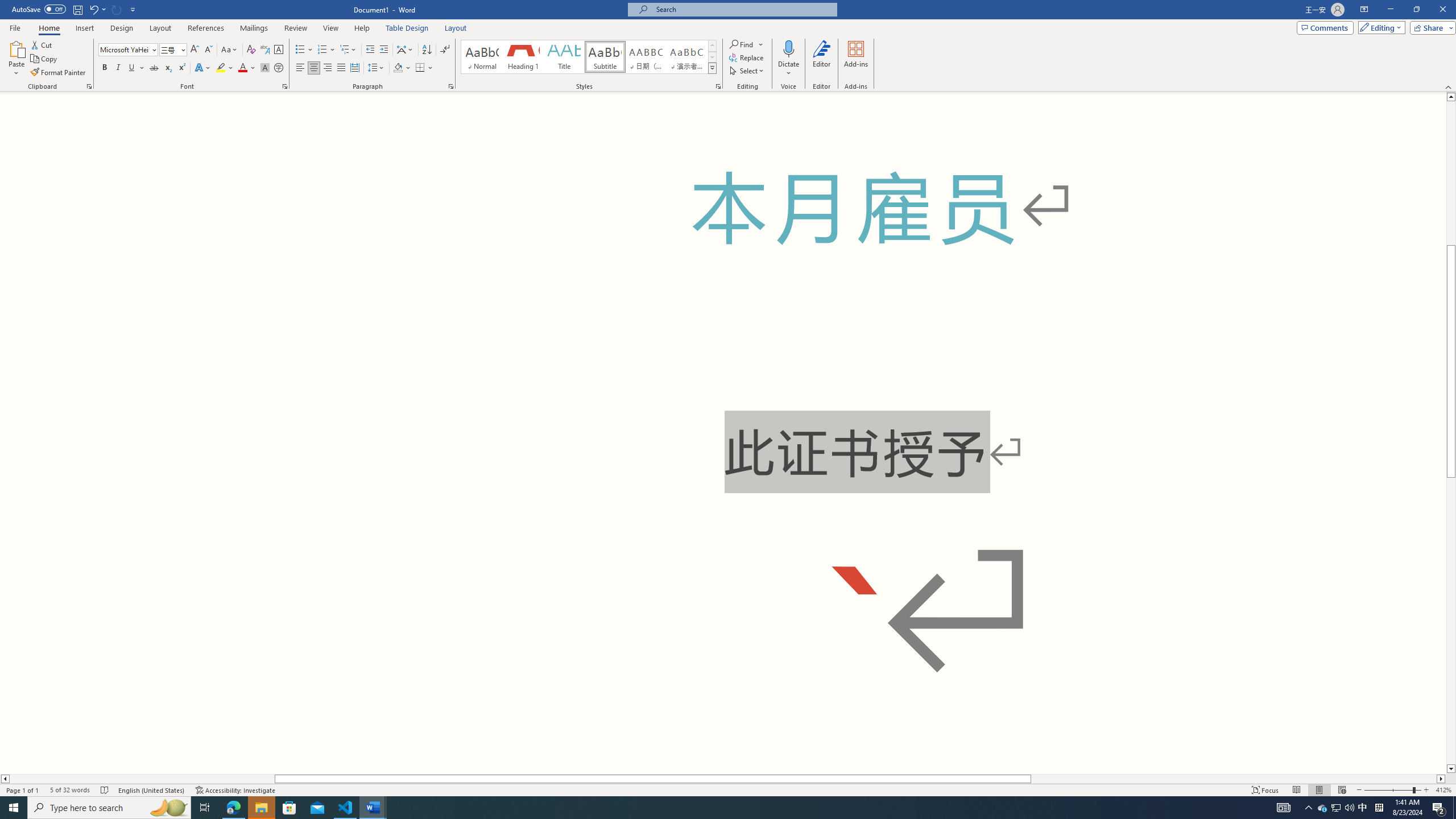 This screenshot has height=819, width=1456. Describe the element at coordinates (455, 28) in the screenshot. I see `'Layout'` at that location.